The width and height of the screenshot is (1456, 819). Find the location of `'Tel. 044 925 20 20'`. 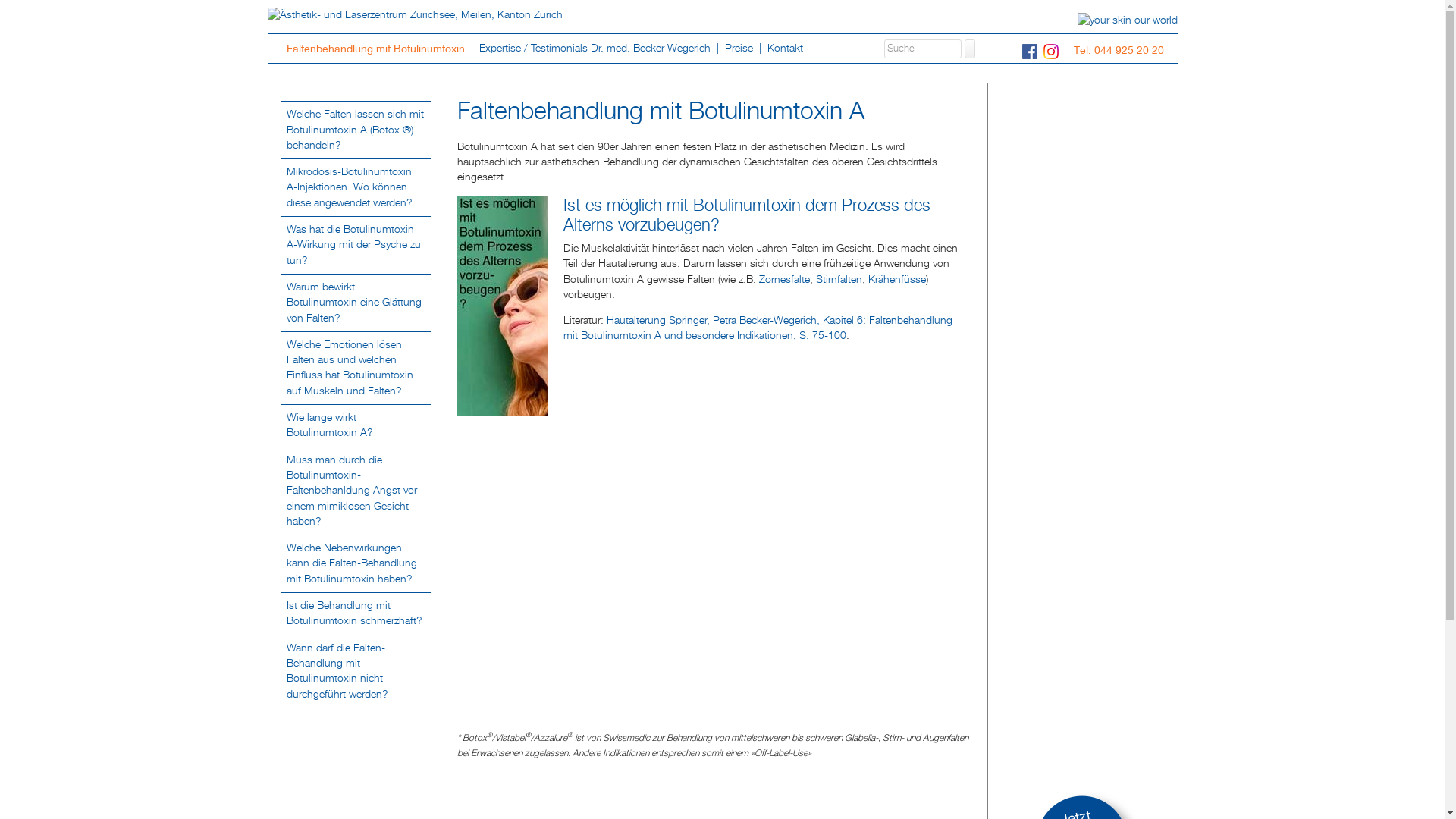

'Tel. 044 925 20 20' is located at coordinates (1073, 49).